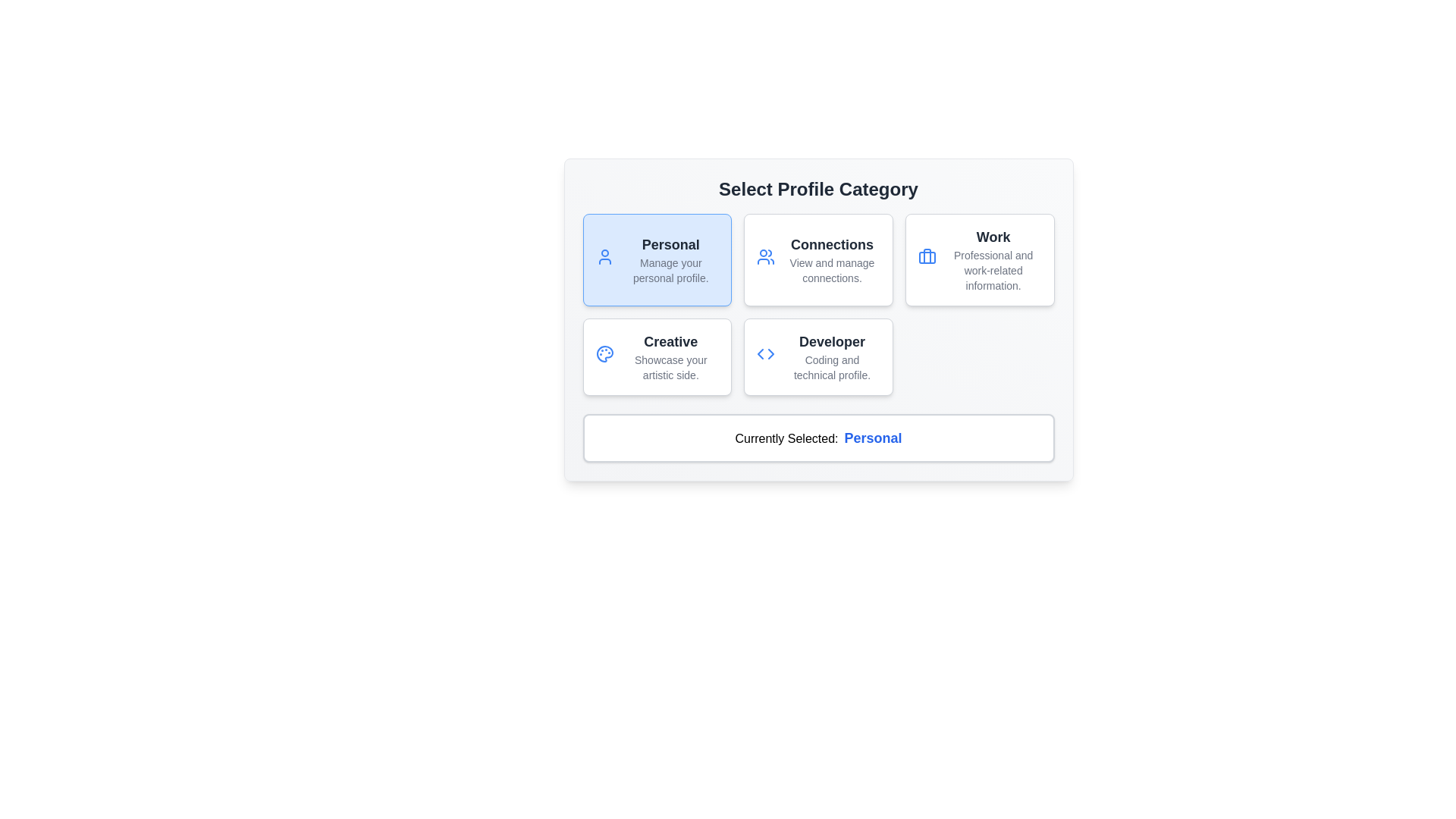 This screenshot has width=1456, height=819. Describe the element at coordinates (771, 353) in the screenshot. I see `the right arrow-shaped icon for navigation located in the 'Developer' profile option, indicating selection functionality` at that location.